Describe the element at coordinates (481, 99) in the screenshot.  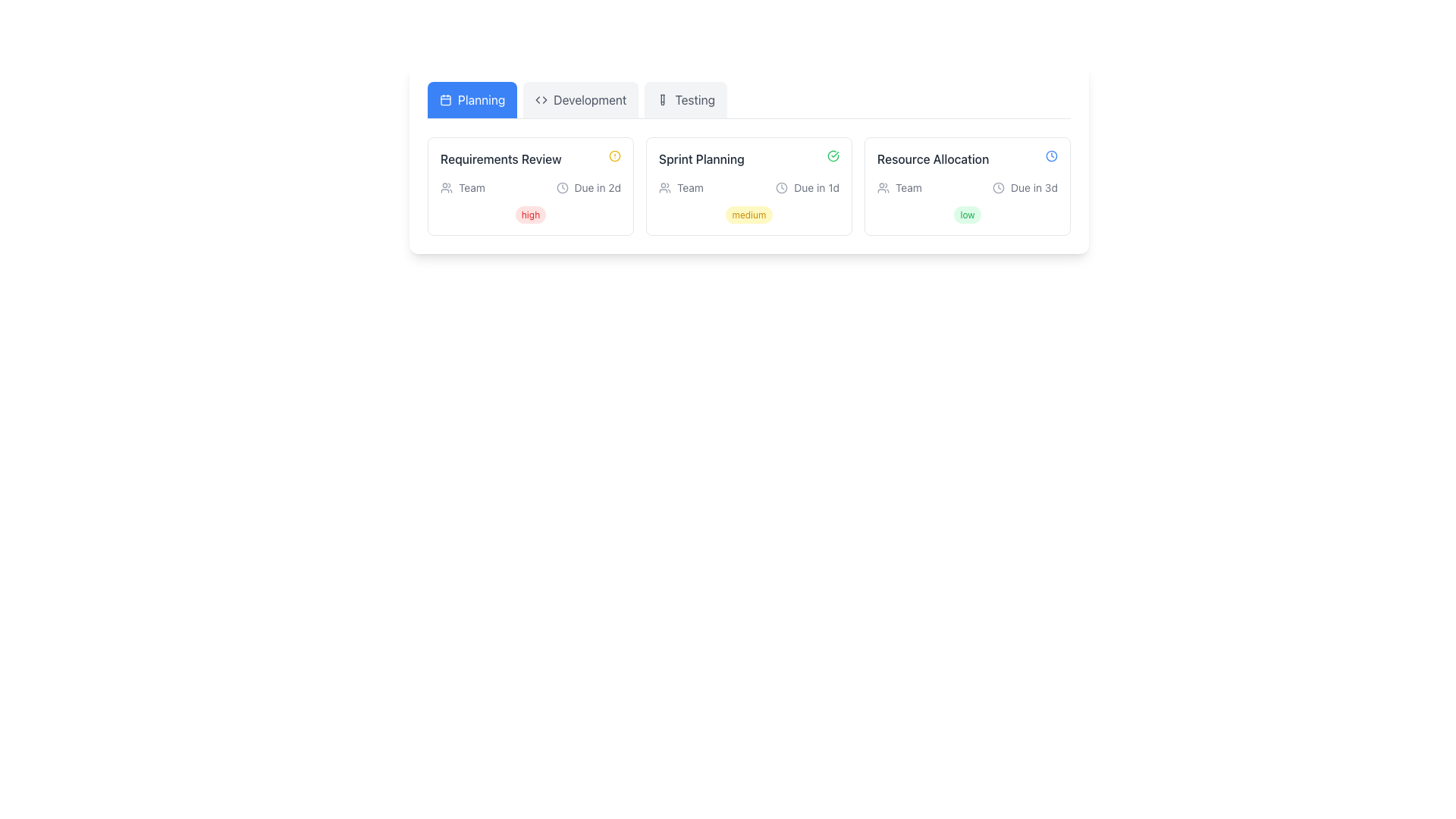
I see `the 'Planning' tab label, which is the first tab in the horizontal tab header located at the top-left, to trigger tooltip or highlight effects` at that location.